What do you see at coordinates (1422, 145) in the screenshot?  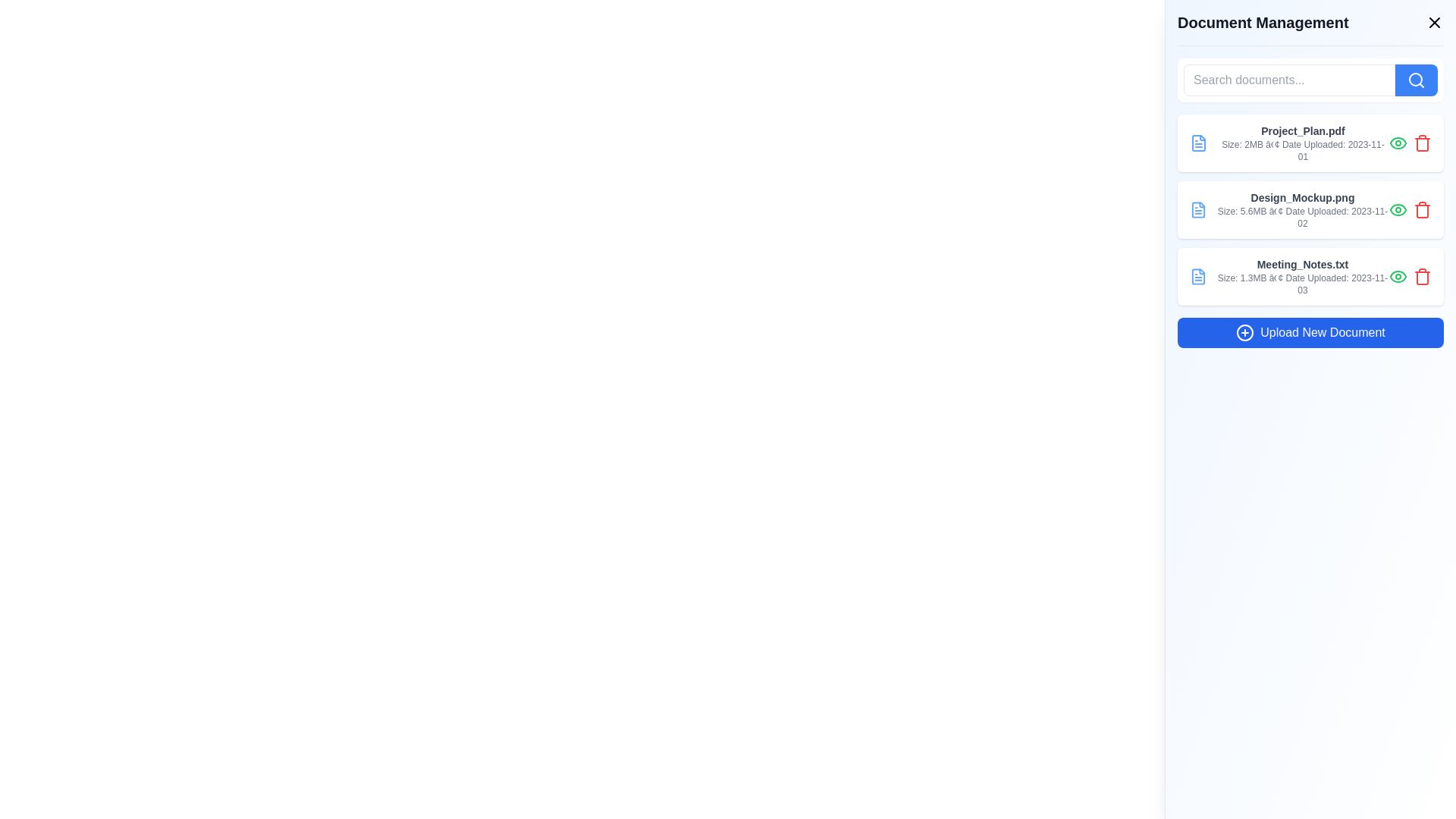 I see `the 'Meeting_Notes.txt' file from the document list using the delete icon represented by the trash bin outline` at bounding box center [1422, 145].